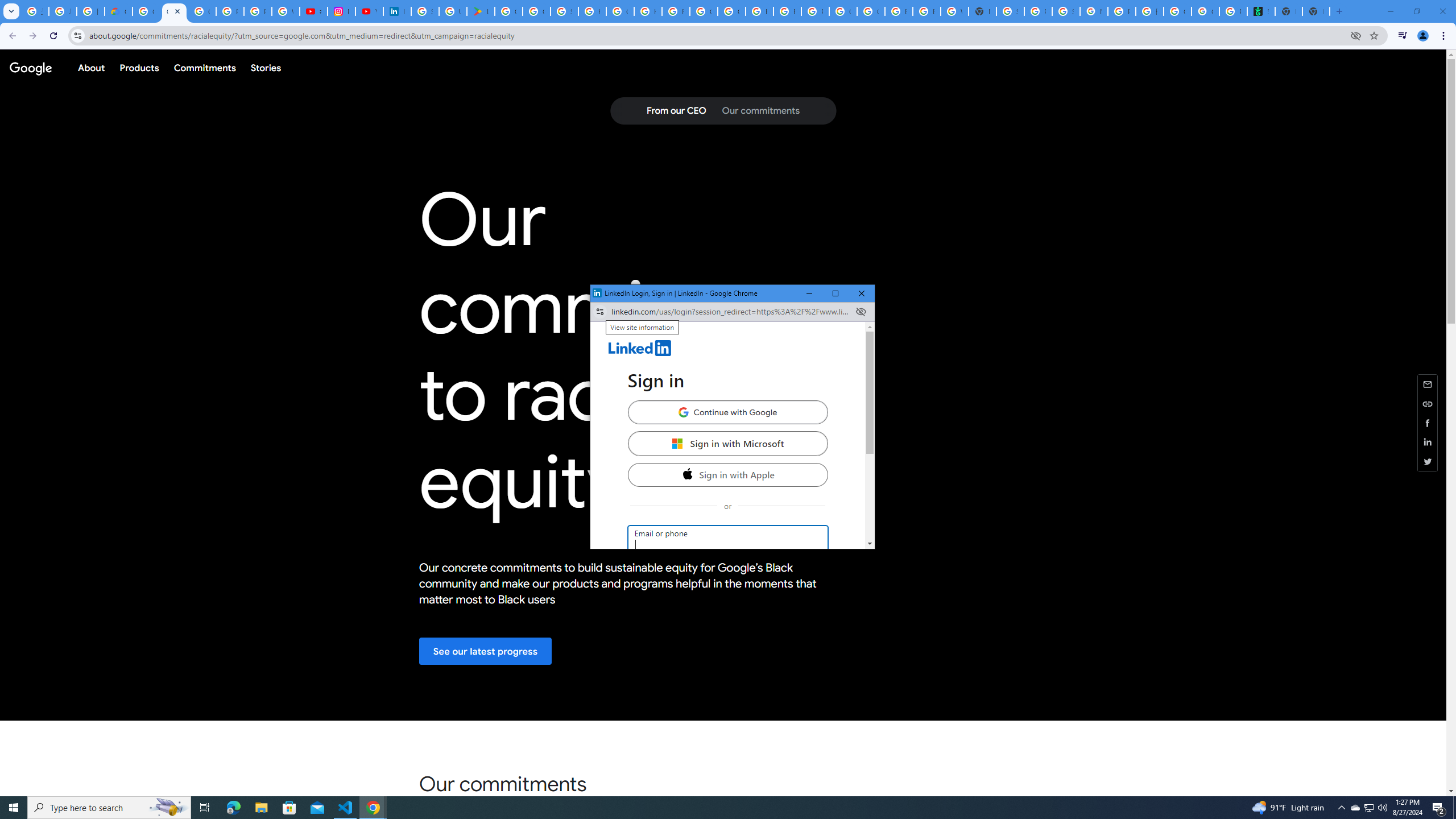 This screenshot has width=1456, height=819. I want to click on 'Show desktop', so click(1454, 806).